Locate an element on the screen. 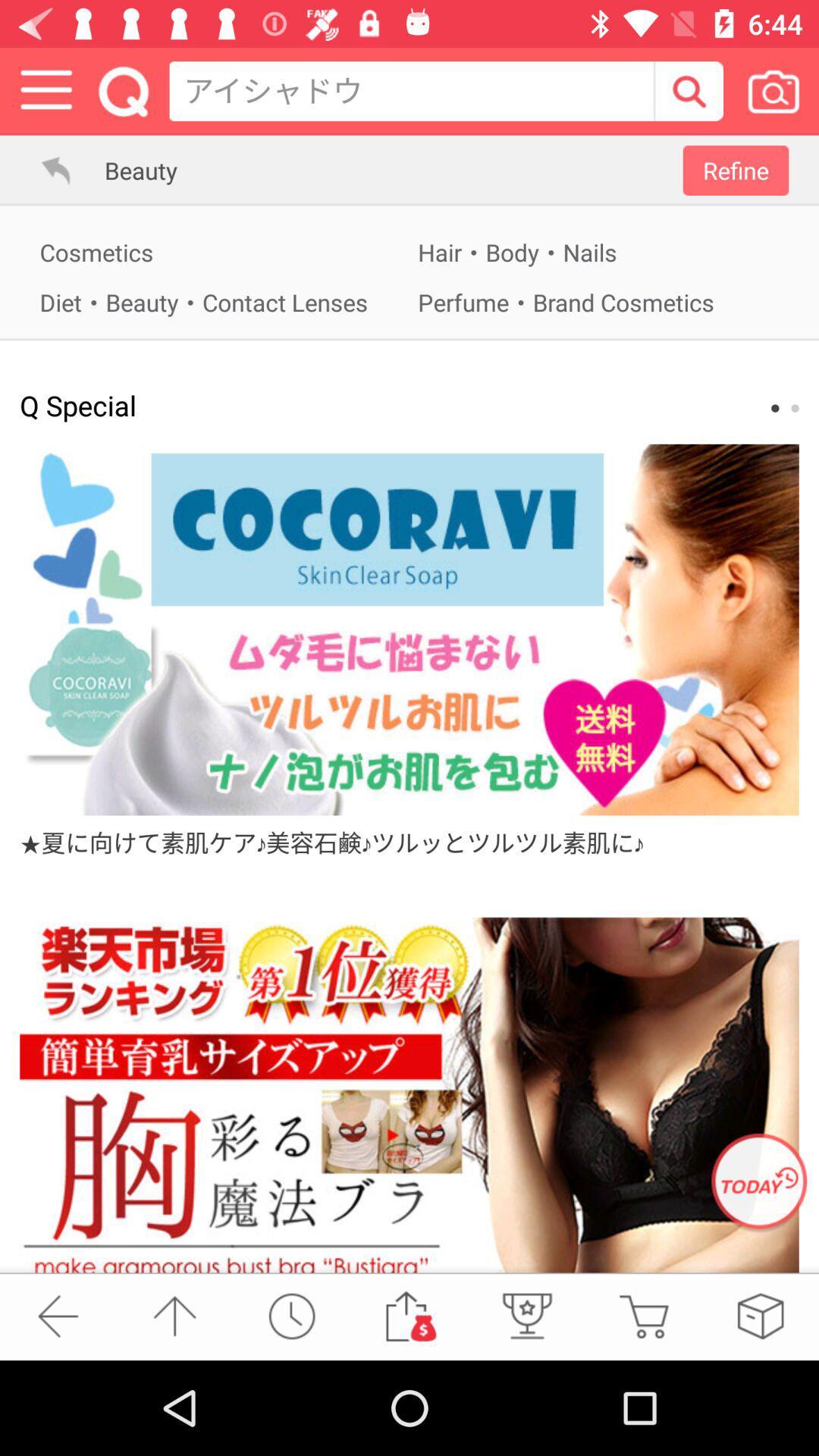  article is located at coordinates (409, 629).